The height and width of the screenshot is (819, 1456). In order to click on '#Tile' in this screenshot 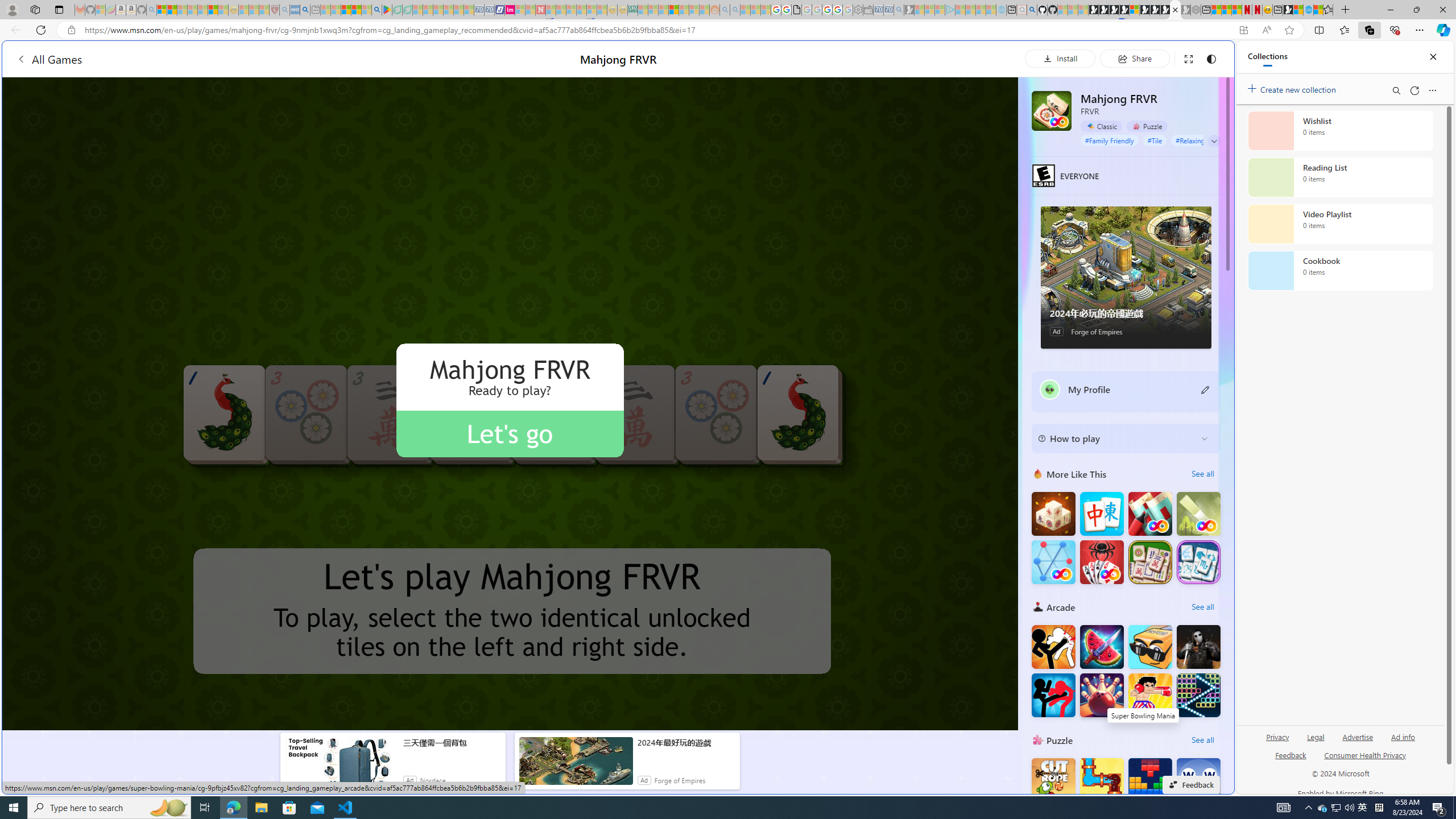, I will do `click(1155, 139)`.